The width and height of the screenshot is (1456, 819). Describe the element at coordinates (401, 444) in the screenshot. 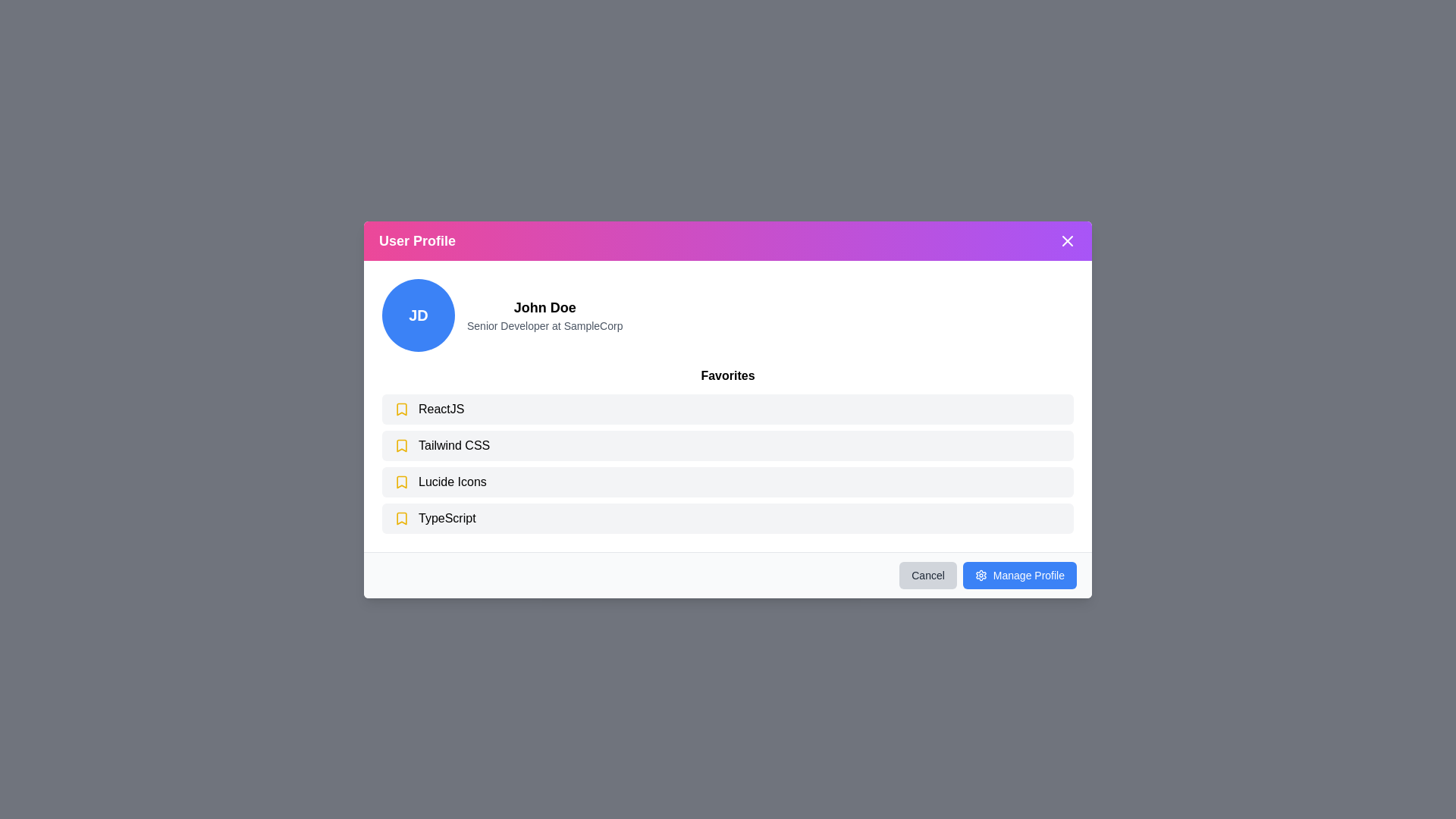

I see `the yellow bookmark icon located in the 'Tailwind CSS' row, to the left of the label text` at that location.